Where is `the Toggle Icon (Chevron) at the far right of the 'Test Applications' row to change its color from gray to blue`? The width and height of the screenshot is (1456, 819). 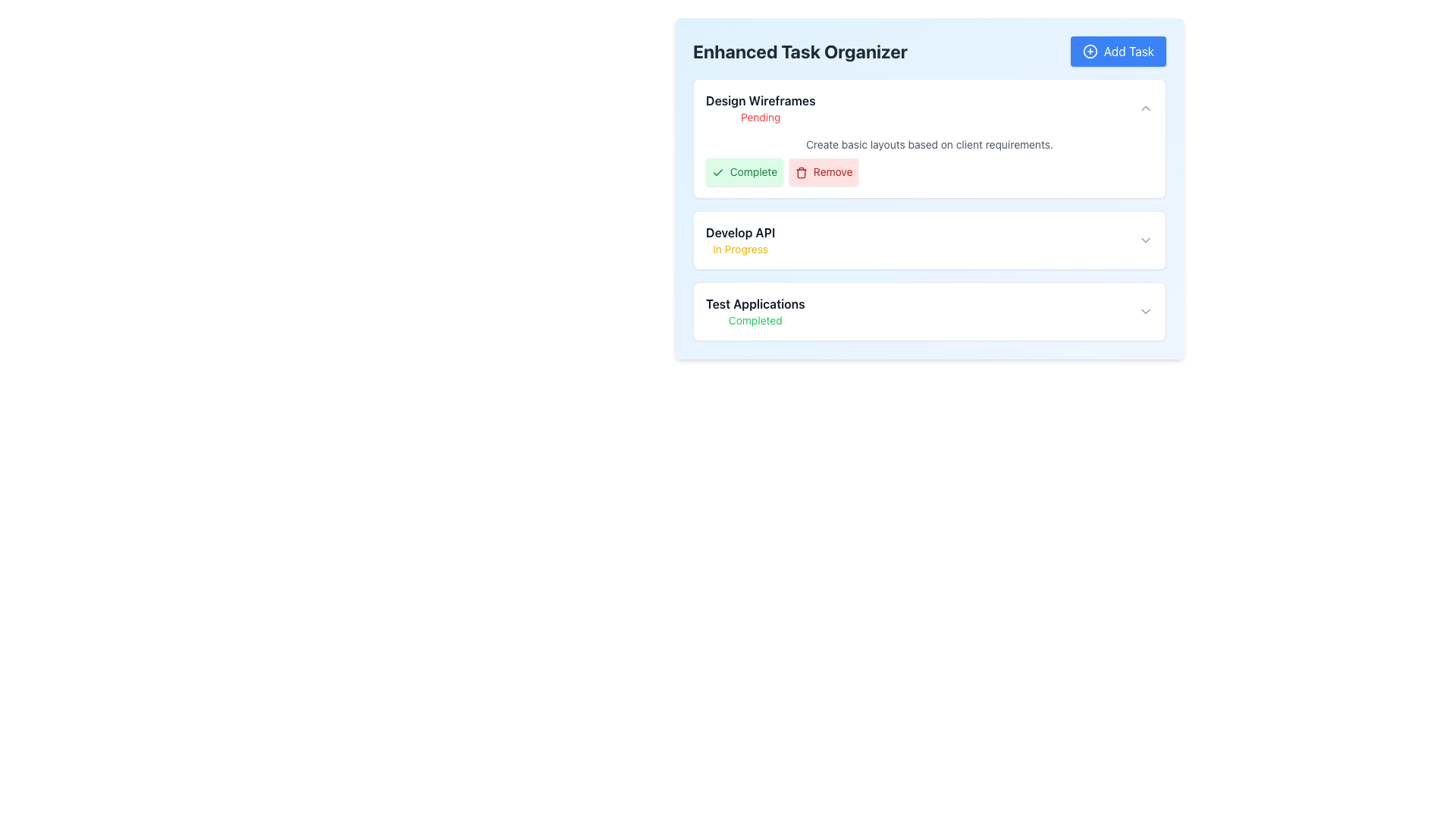 the Toggle Icon (Chevron) at the far right of the 'Test Applications' row to change its color from gray to blue is located at coordinates (1146, 311).